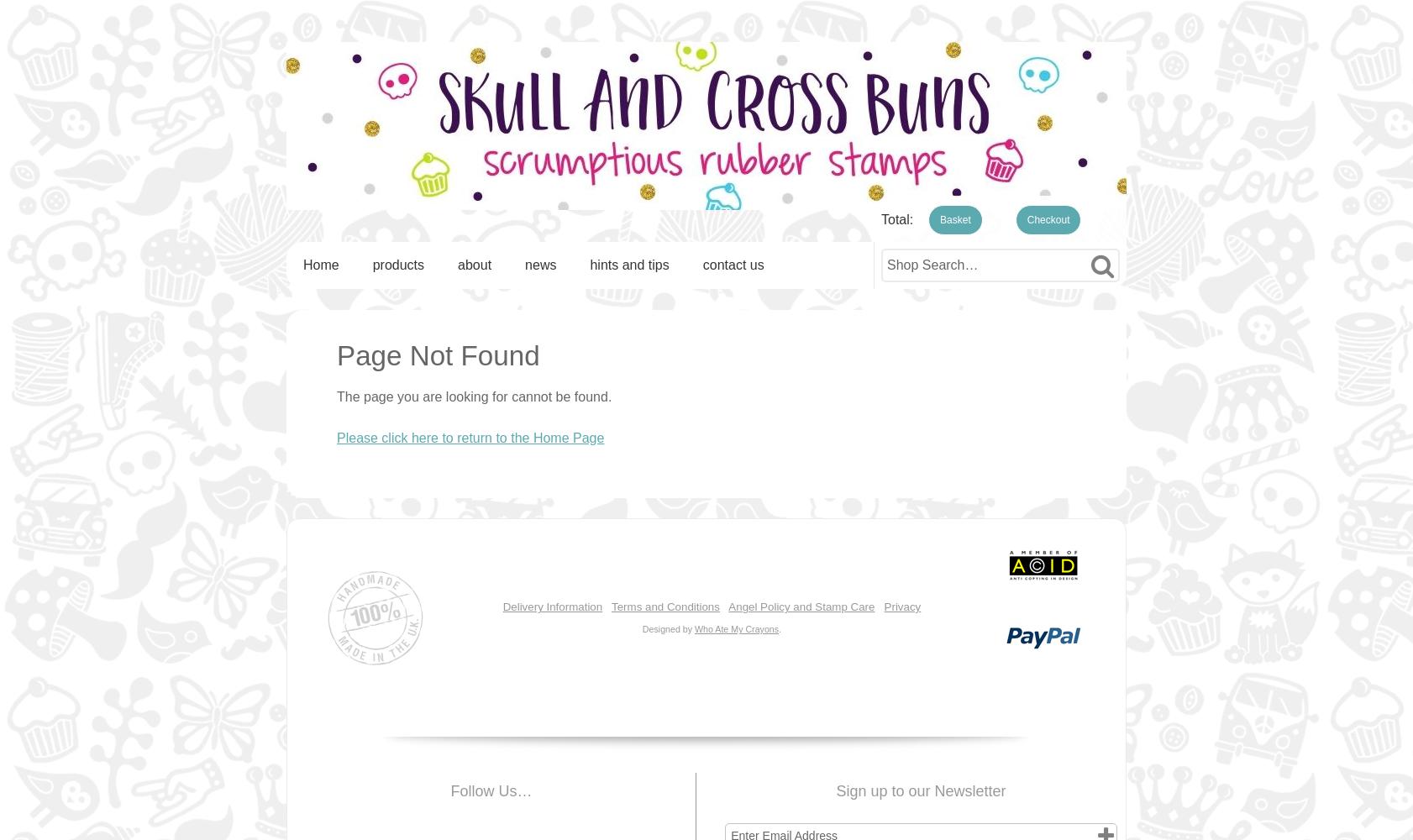 The image size is (1413, 840). What do you see at coordinates (397, 264) in the screenshot?
I see `'products'` at bounding box center [397, 264].